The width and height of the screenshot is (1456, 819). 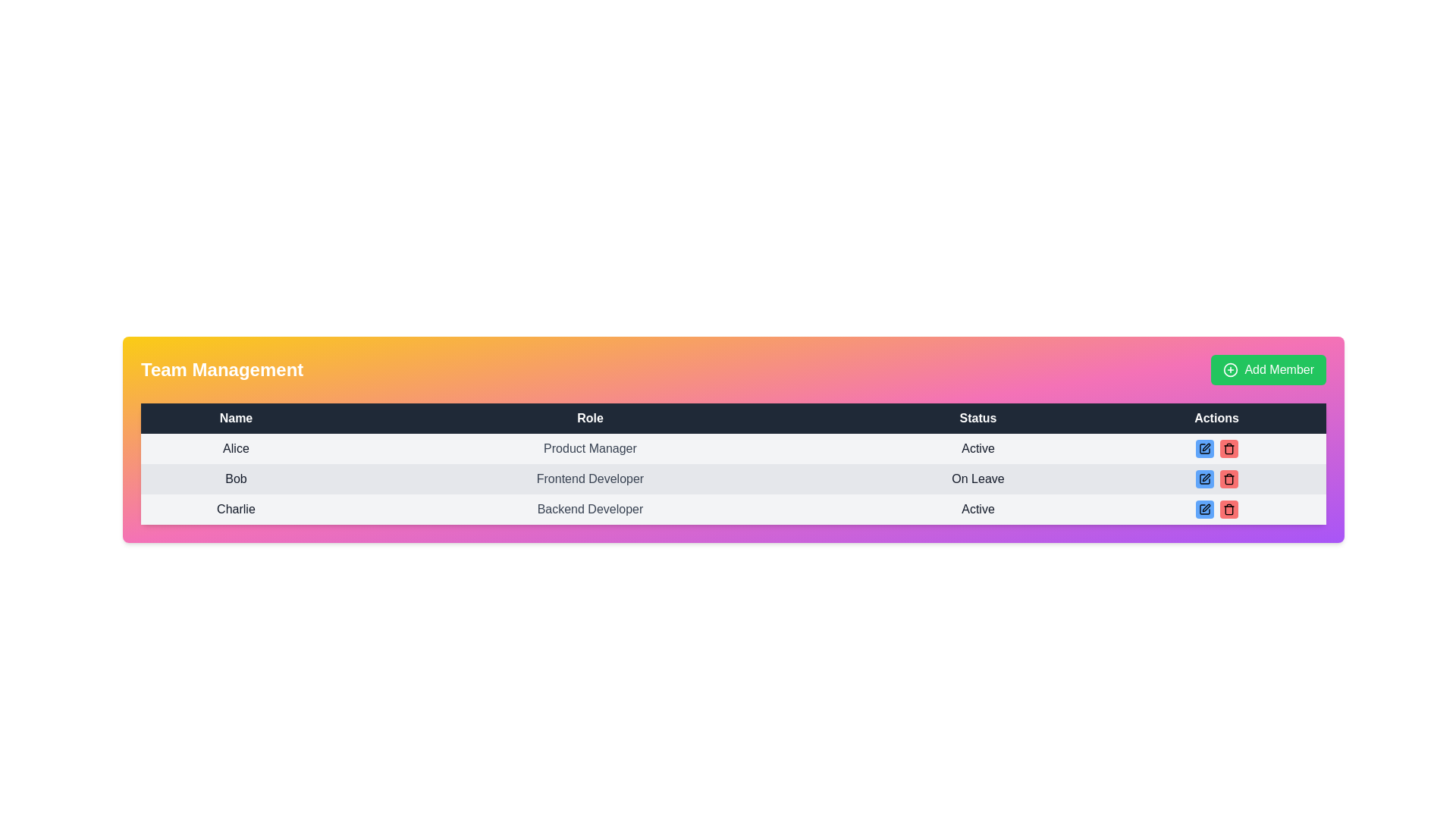 I want to click on the edit button located in the 'Actions' column of the bottom row of the table for the entry corresponding to 'Charlie', so click(x=1203, y=509).